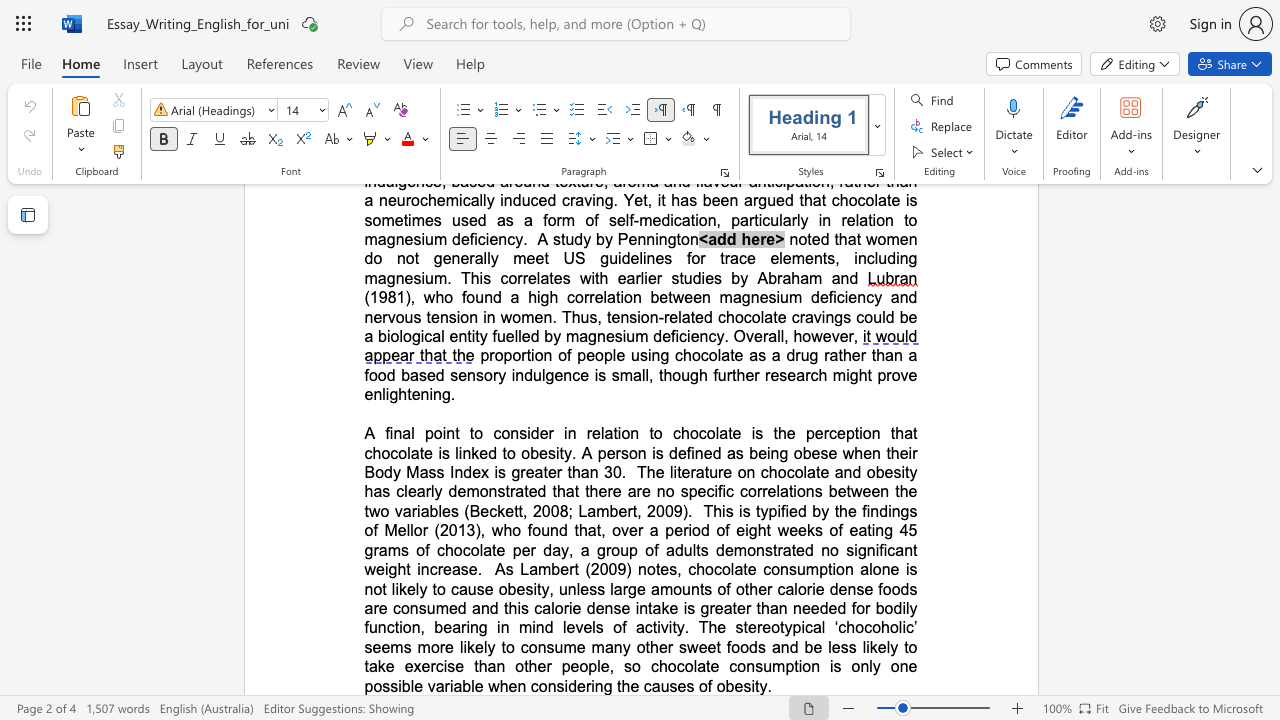 The width and height of the screenshot is (1280, 720). Describe the element at coordinates (644, 626) in the screenshot. I see `the subset text "ctivity. The stereotypical ‘chocoholic’ seems more li" within the text "of other calorie dense foods are consumed and this calorie dense intake is greater than needed for bodily function, bearing in mind levels of activity. The stereotypical ‘chocoholic’ seems more likely to consume many other sweet foods and be less likely to take exercise than other people, so chocolate consumption is only one possible variable when considering the causes of obesity."` at that location.